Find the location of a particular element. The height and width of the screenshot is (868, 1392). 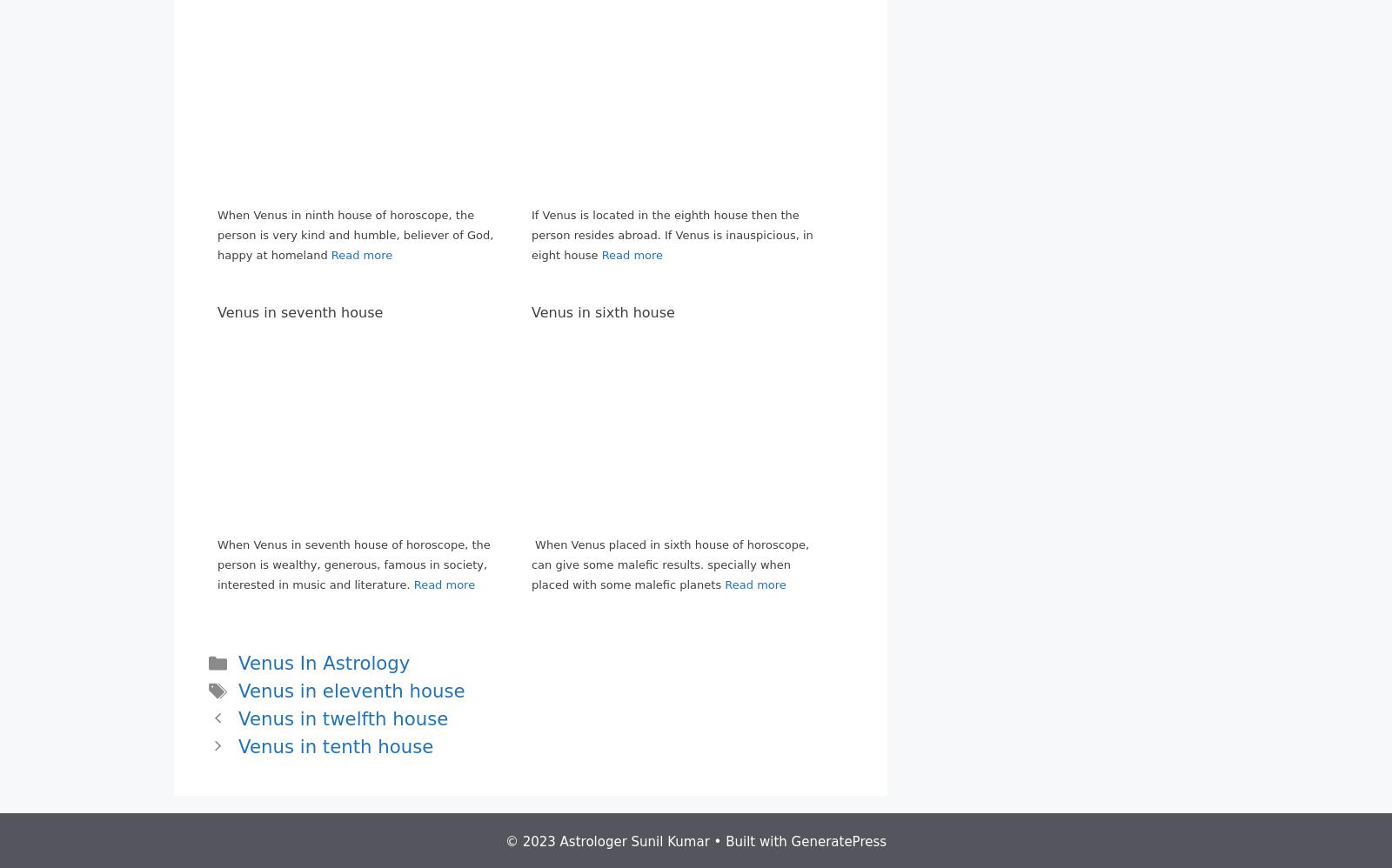

'If Venus is located in the eighth house then the person resides abroad. If Venus is inauspicious, in eight house' is located at coordinates (672, 233).